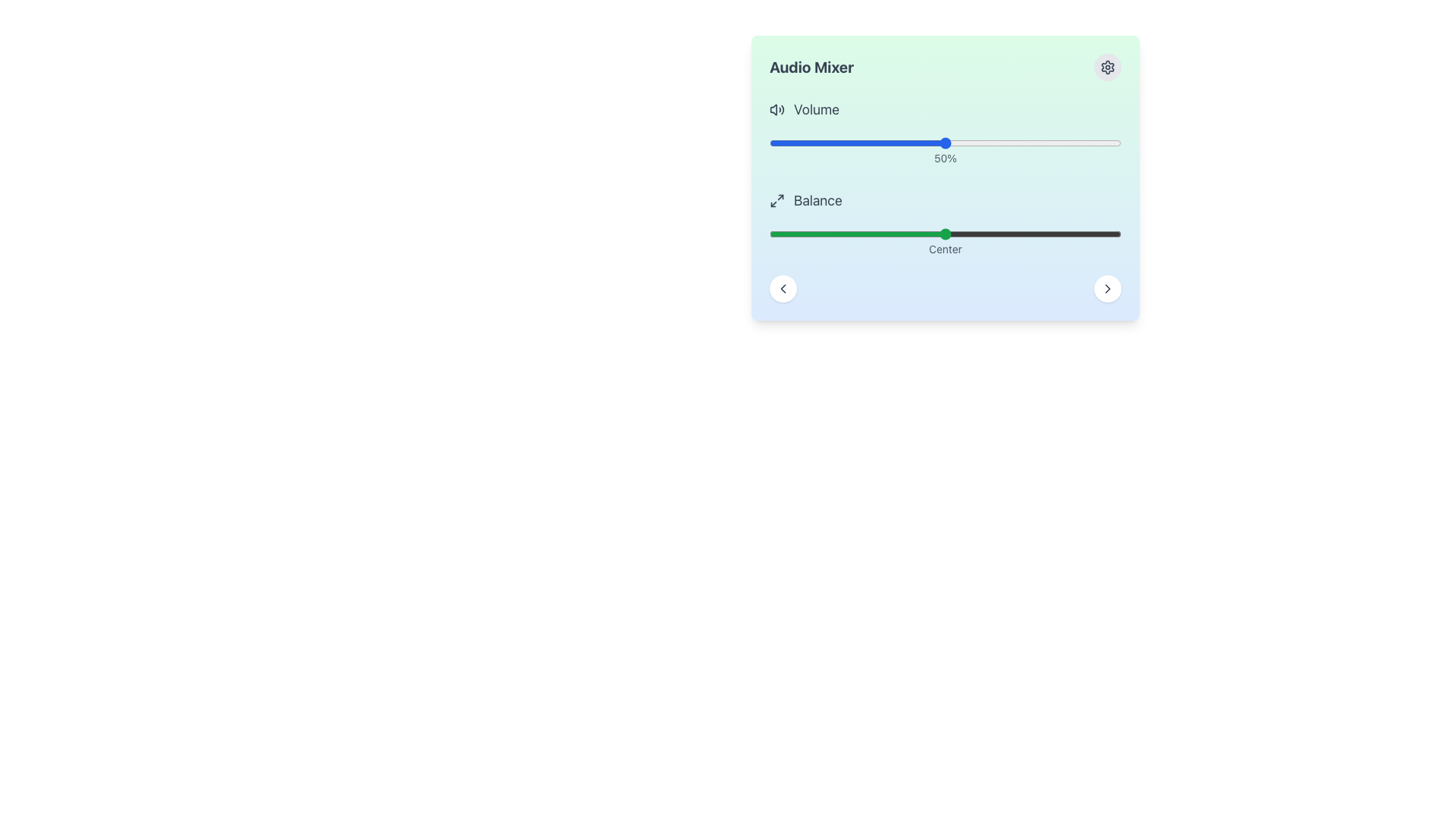 The height and width of the screenshot is (819, 1456). I want to click on the volume, so click(780, 143).